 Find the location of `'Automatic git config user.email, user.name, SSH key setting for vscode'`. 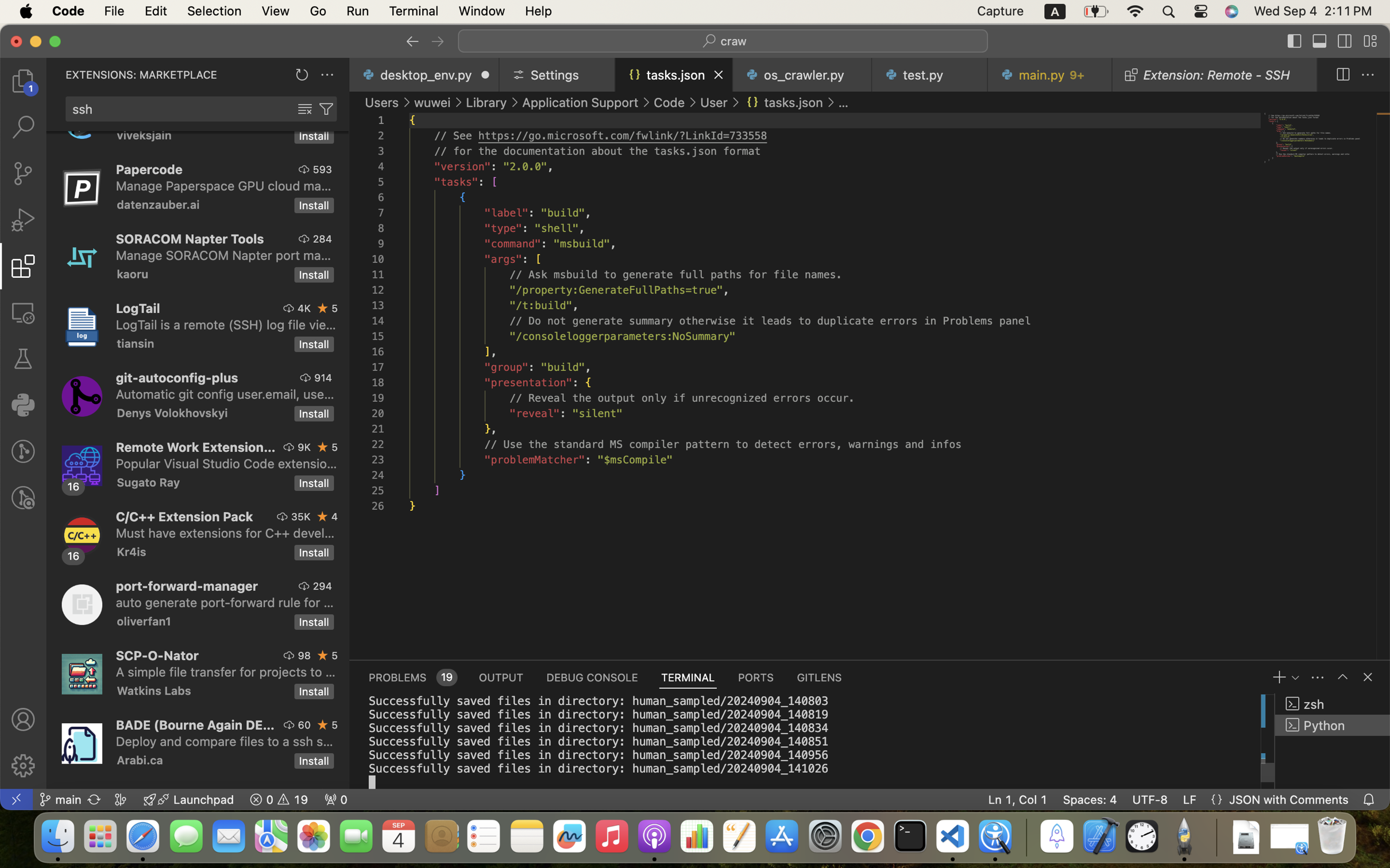

'Automatic git config user.email, user.name, SSH key setting for vscode' is located at coordinates (225, 394).